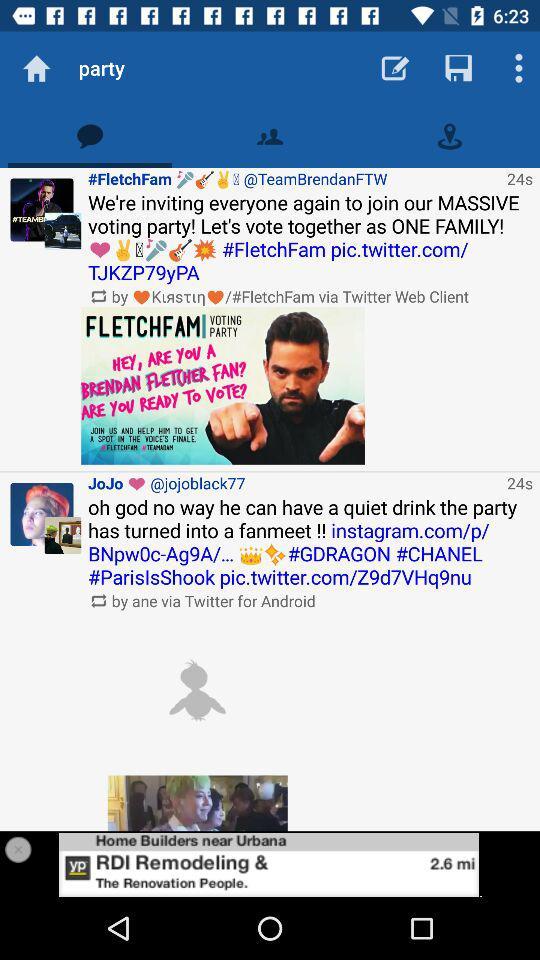 This screenshot has height=960, width=540. I want to click on get notification, so click(89, 135).